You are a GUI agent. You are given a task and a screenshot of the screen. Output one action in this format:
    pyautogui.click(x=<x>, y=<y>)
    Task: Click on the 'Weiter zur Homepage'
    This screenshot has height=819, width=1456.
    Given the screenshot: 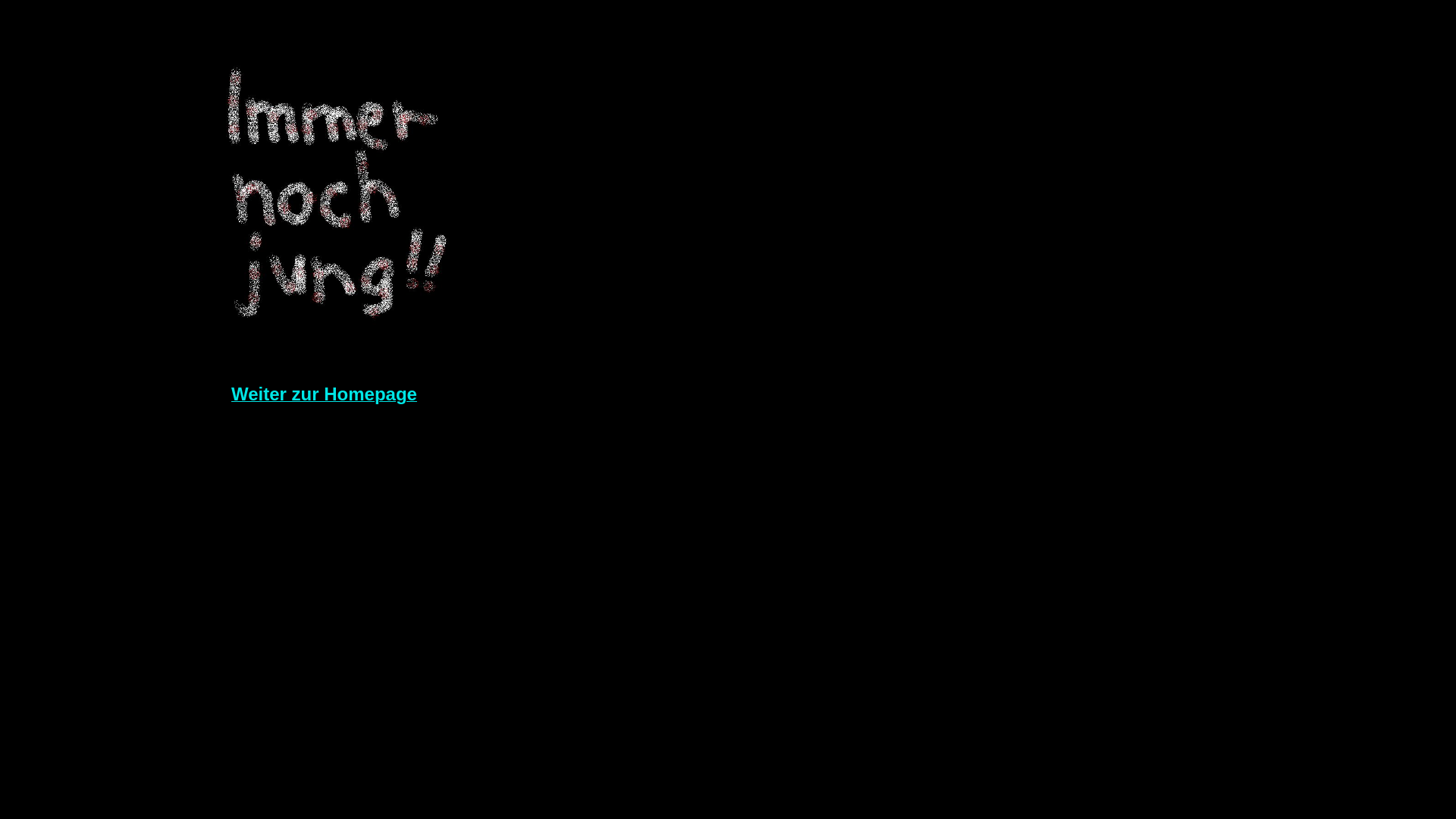 What is the action you would take?
    pyautogui.click(x=323, y=395)
    